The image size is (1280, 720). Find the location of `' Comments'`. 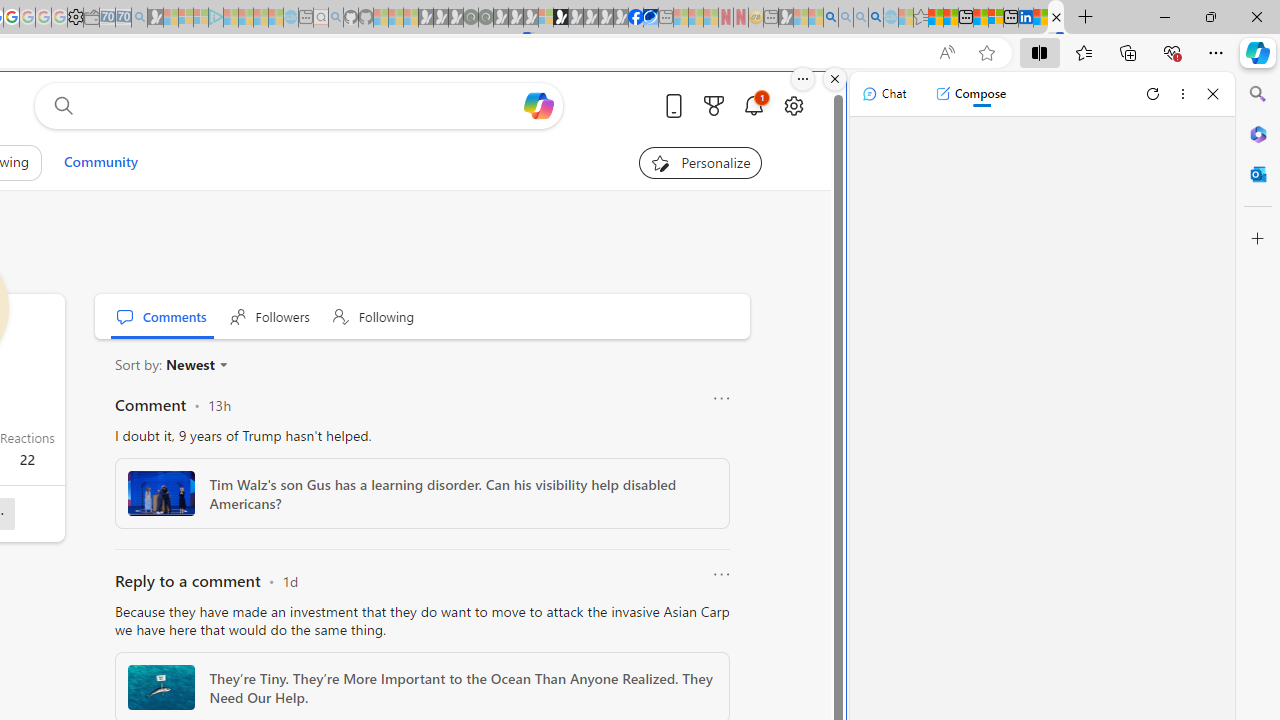

' Comments' is located at coordinates (161, 315).